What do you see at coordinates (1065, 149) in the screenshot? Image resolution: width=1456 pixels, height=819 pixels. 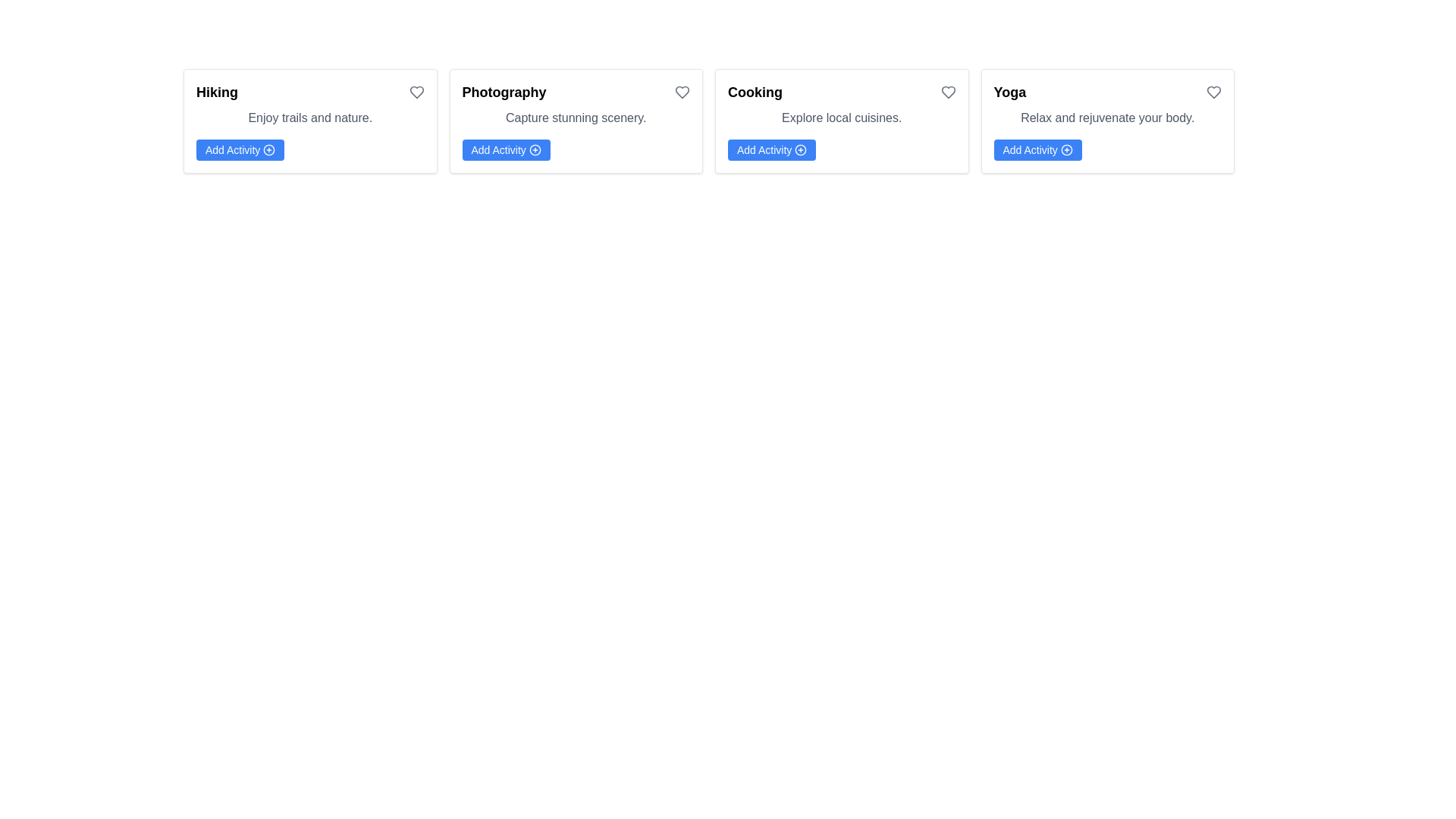 I see `the central circular component of the plus sign located in the 'Add Activity' button on the 'Yoga' card, the fourth card from the left` at bounding box center [1065, 149].